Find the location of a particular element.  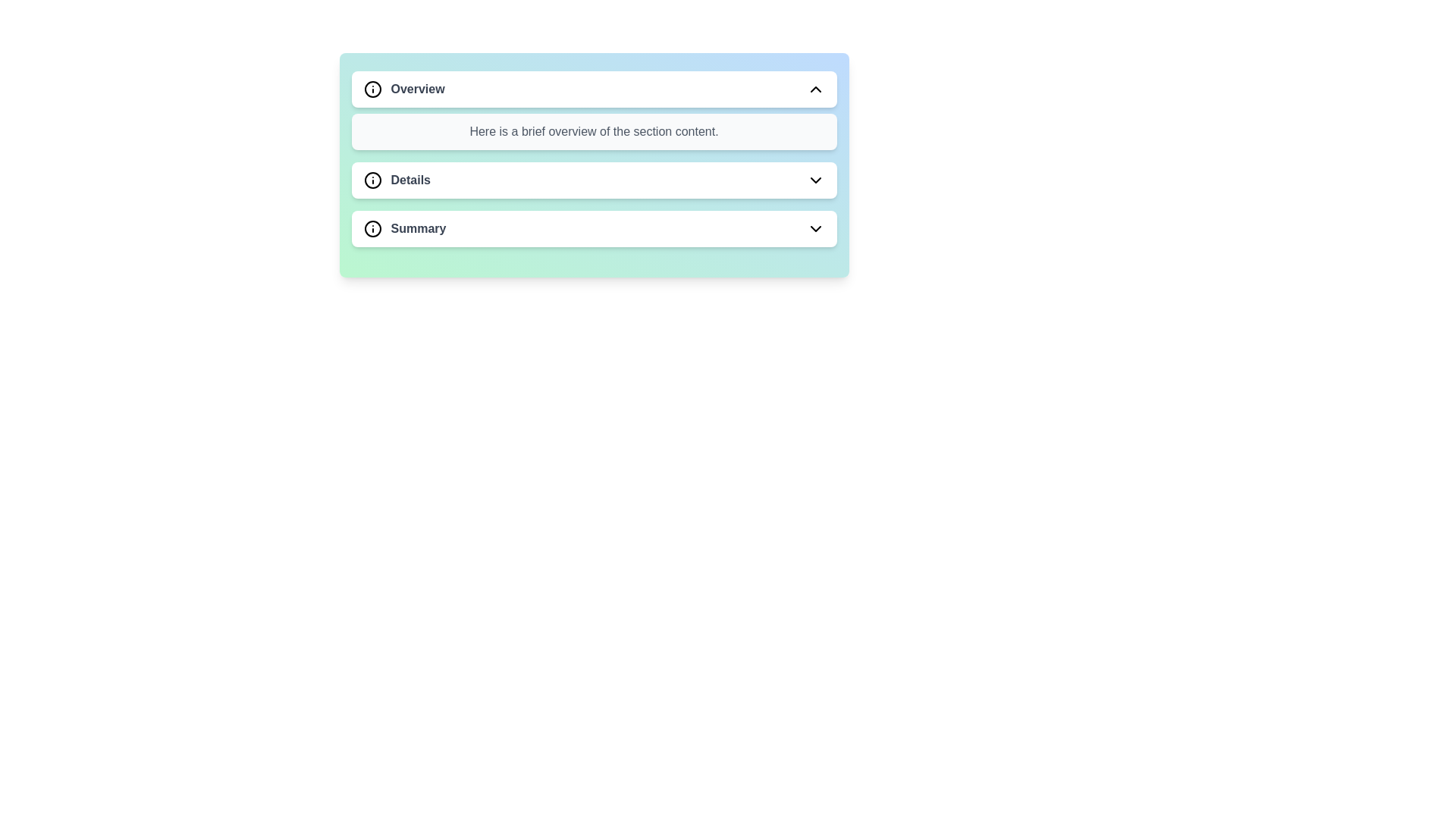

the upward-facing arrow icon, styled as an outlined chevron, located at the far right of the 'Overview' panel is located at coordinates (814, 89).